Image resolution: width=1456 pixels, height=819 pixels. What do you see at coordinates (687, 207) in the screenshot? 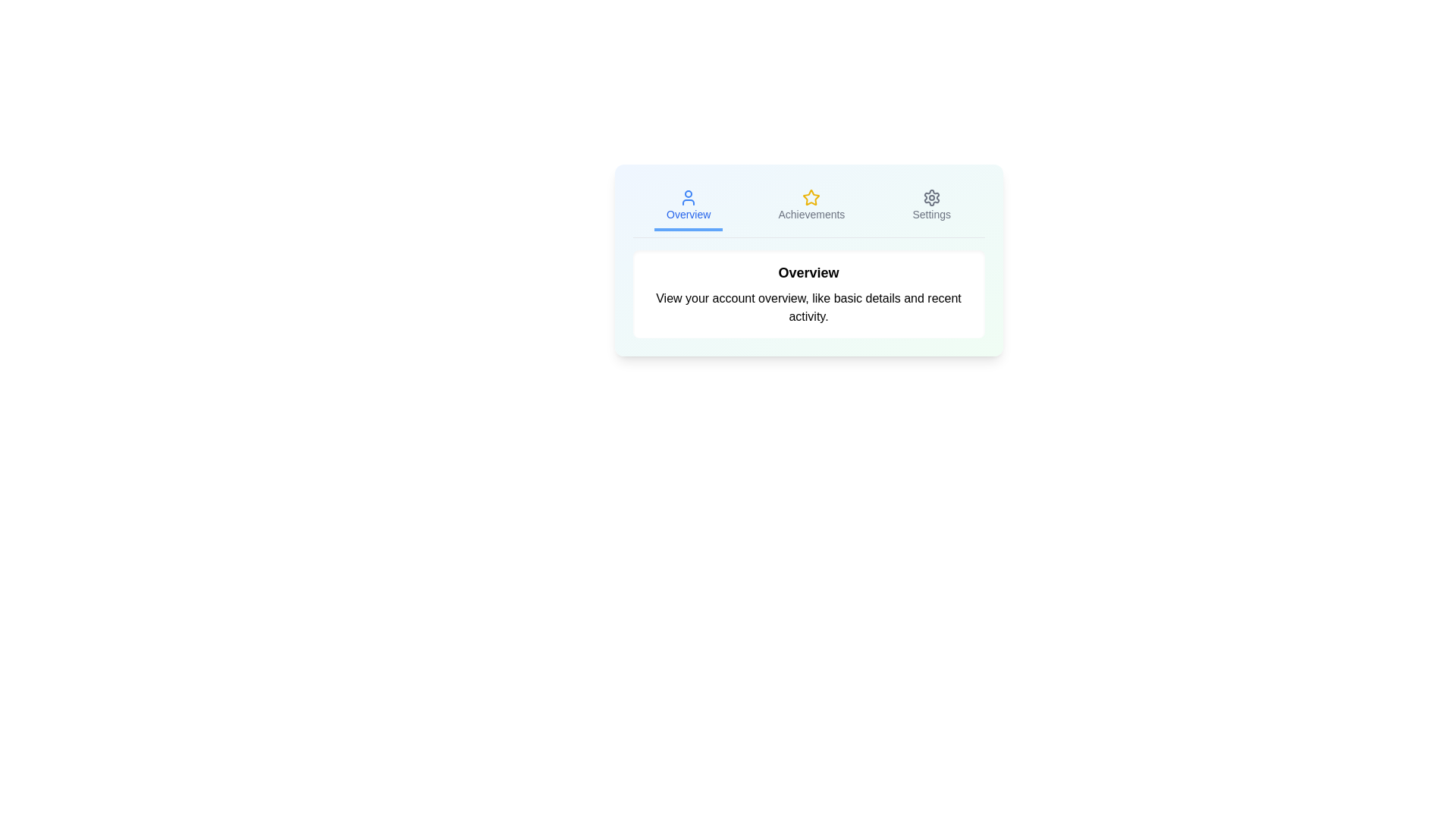
I see `the Overview tab by clicking on it` at bounding box center [687, 207].